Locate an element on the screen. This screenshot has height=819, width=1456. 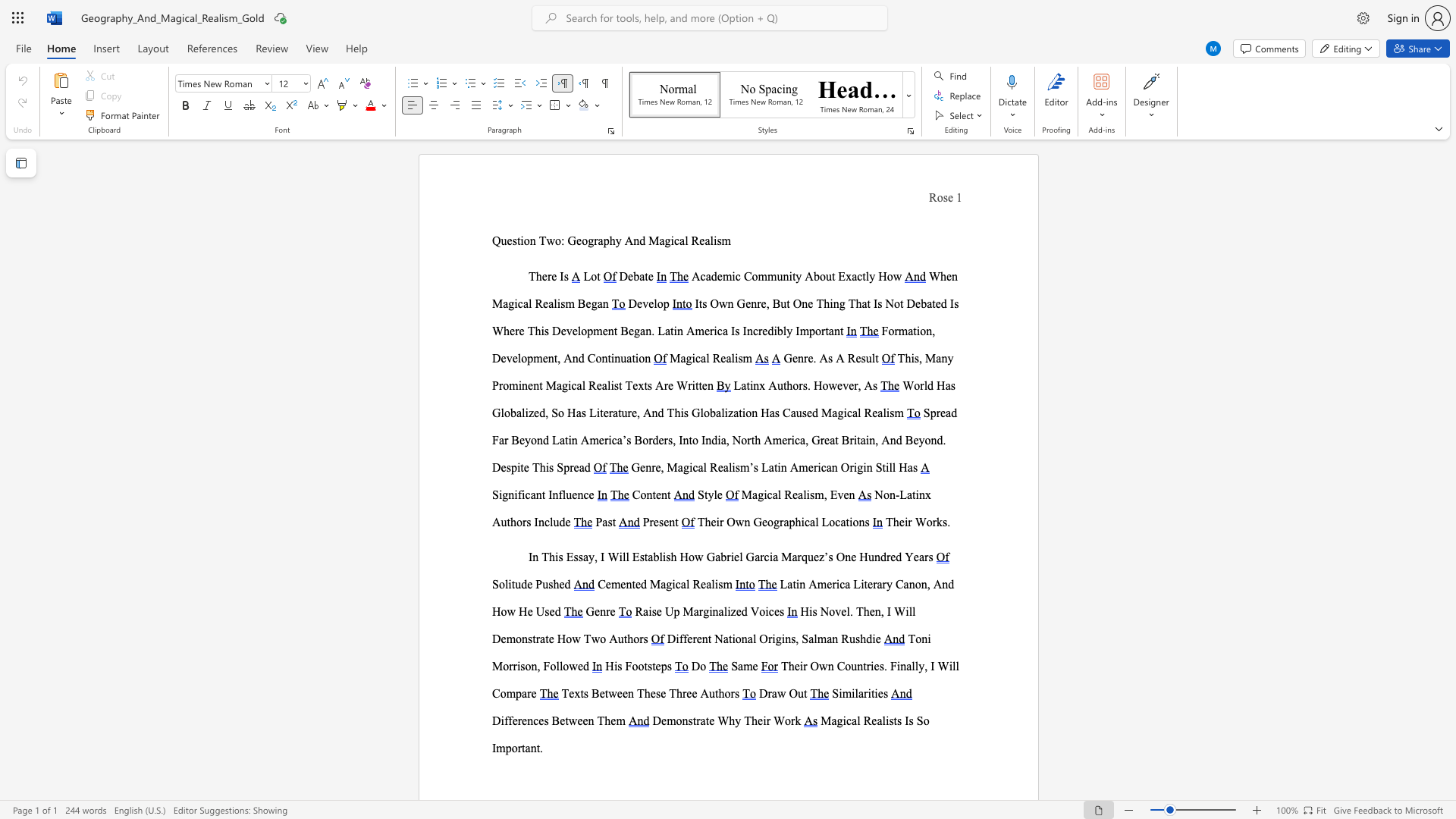
the subset text "wed" within the text "Toni Morrison, Followed" is located at coordinates (568, 665).